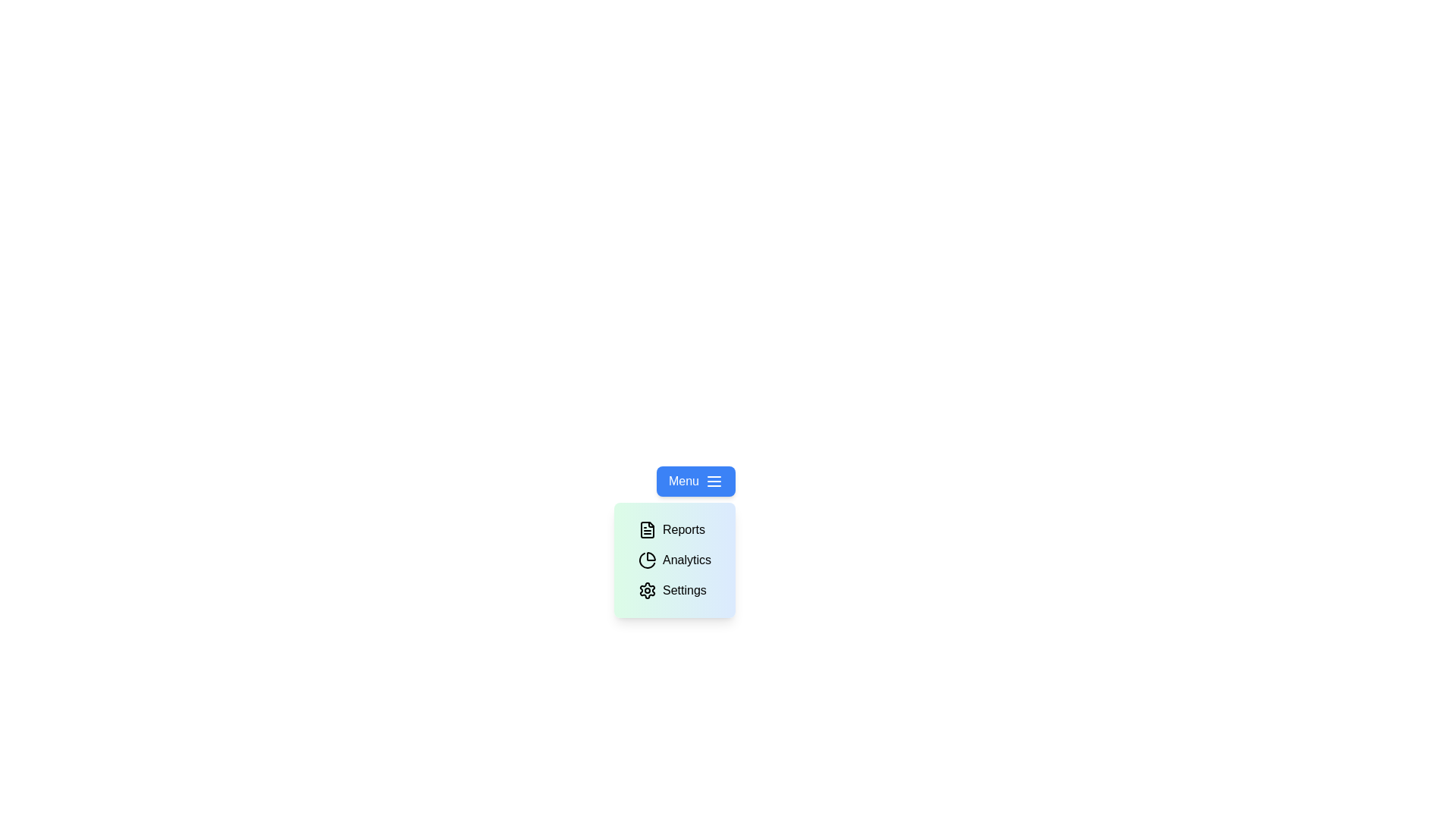  Describe the element at coordinates (671, 529) in the screenshot. I see `the 'Reports' option in the dropdown menu` at that location.